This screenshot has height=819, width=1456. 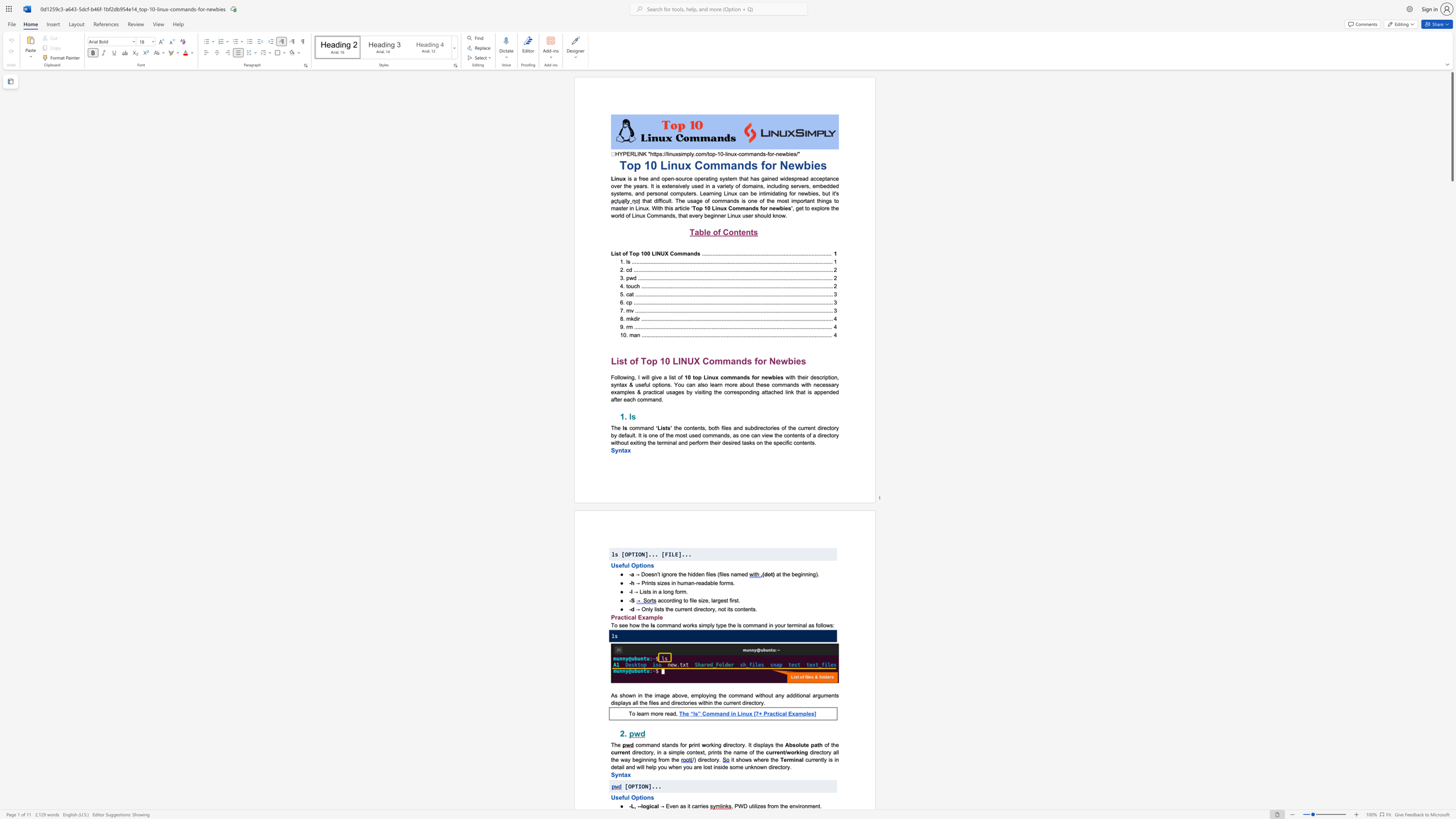 I want to click on the 5th character "o" in the text, so click(x=766, y=695).